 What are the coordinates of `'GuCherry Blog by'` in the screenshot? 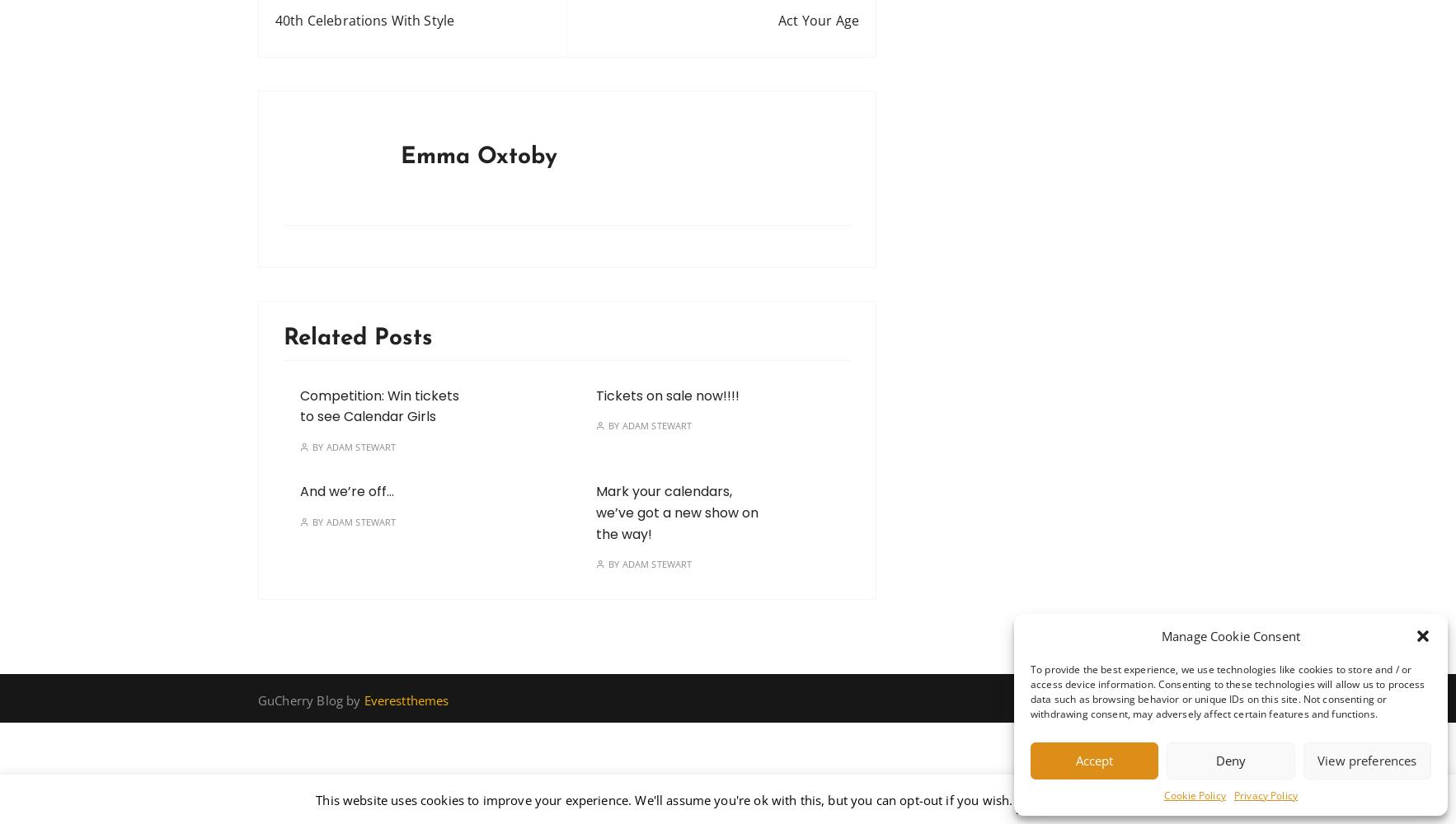 It's located at (310, 699).